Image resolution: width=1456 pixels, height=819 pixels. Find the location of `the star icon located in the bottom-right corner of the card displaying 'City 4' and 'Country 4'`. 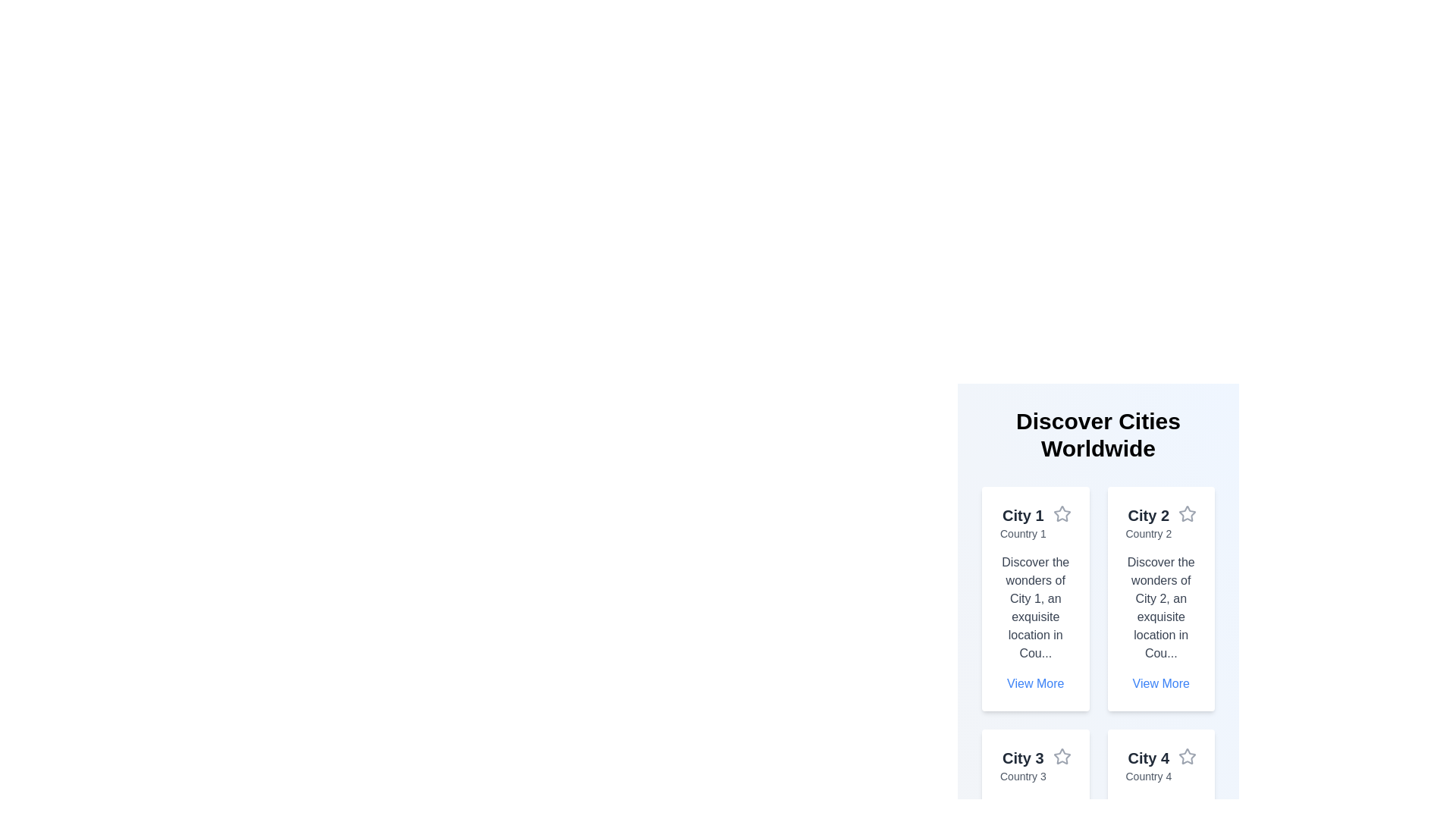

the star icon located in the bottom-right corner of the card displaying 'City 4' and 'Country 4' is located at coordinates (1186, 757).